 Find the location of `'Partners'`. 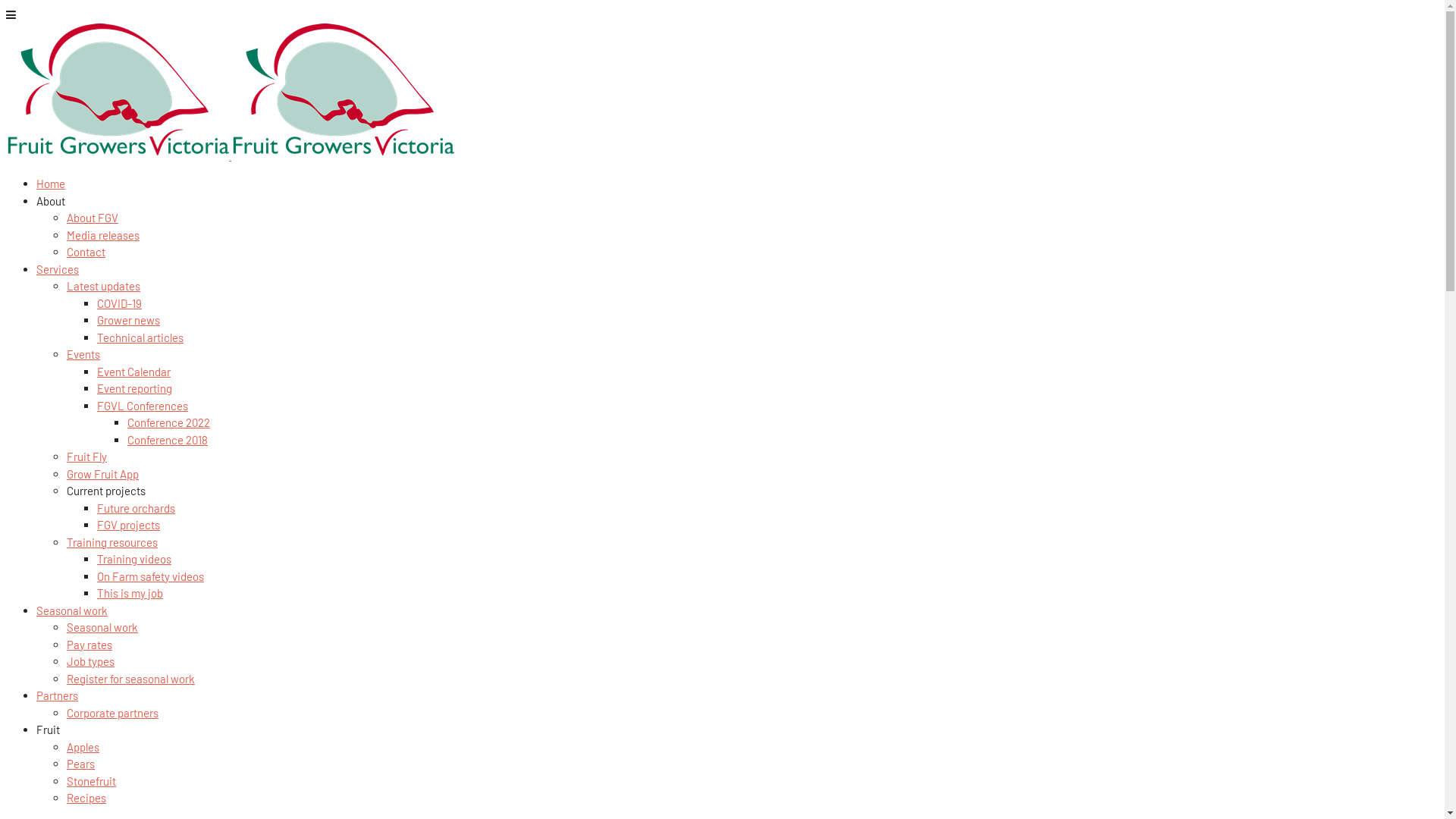

'Partners' is located at coordinates (36, 695).